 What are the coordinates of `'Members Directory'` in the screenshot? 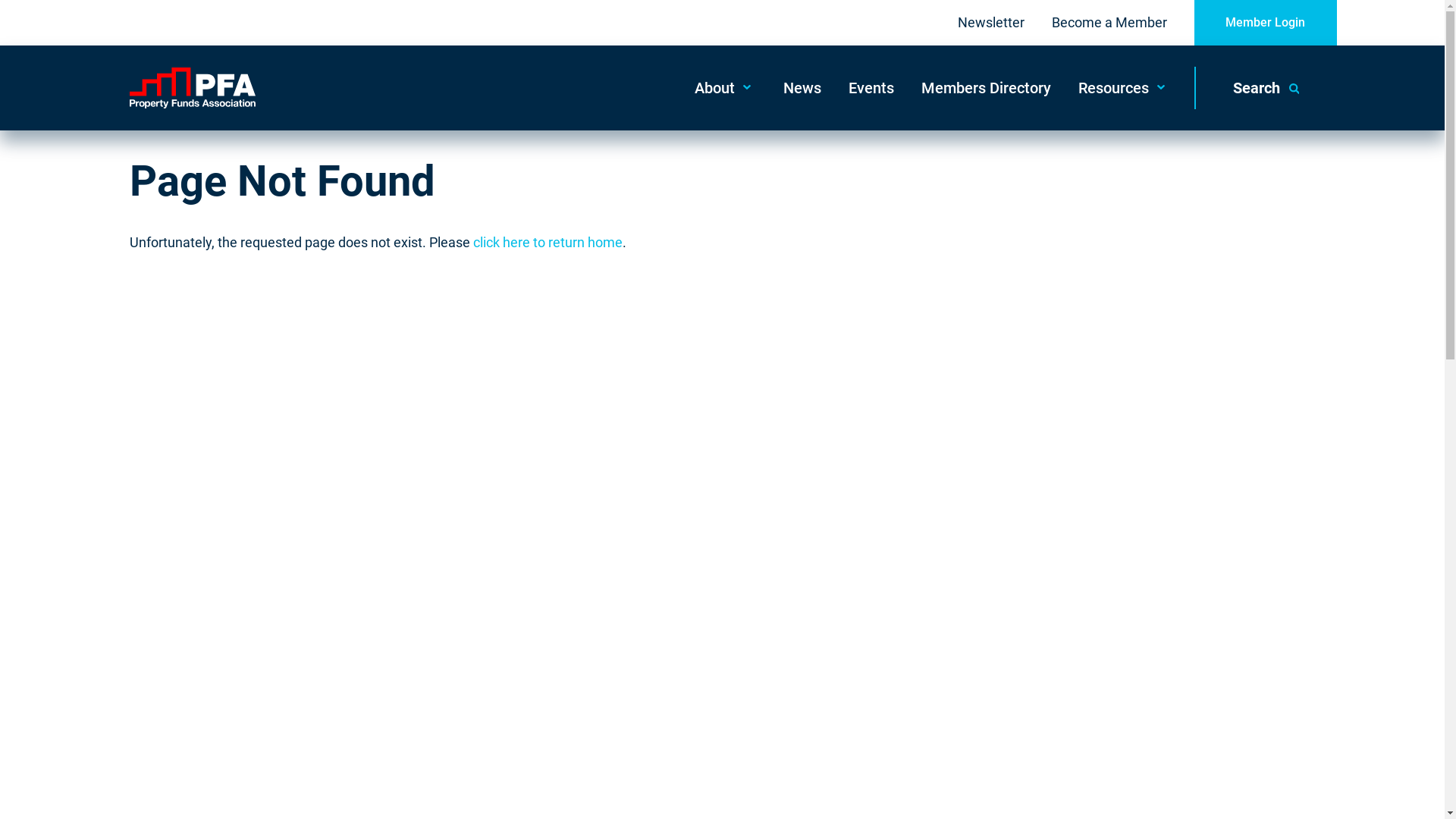 It's located at (906, 87).